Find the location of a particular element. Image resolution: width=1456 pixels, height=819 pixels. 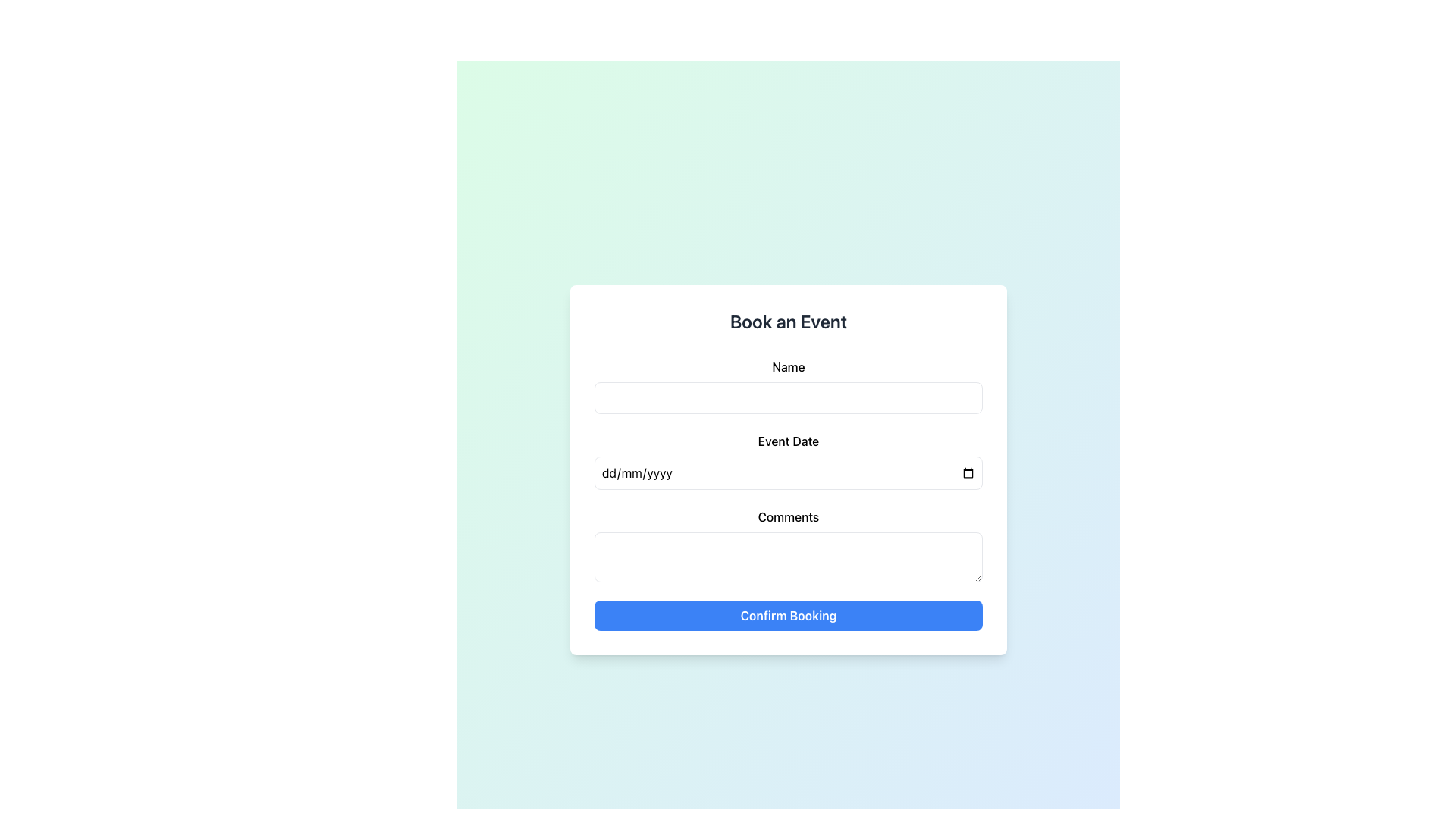

text label displaying 'Name' which is prominently styled and located above the text input field is located at coordinates (789, 366).